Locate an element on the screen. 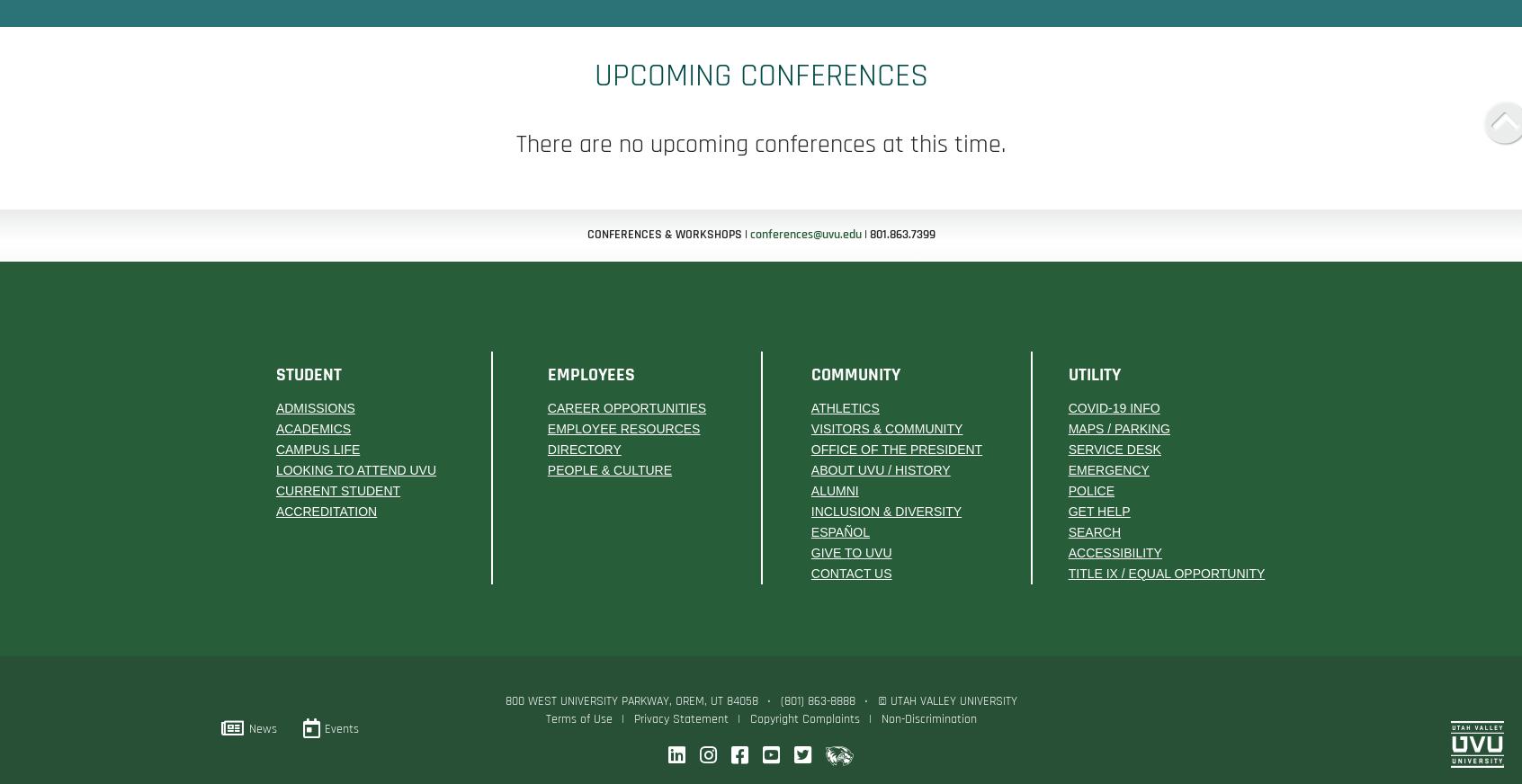 This screenshot has width=1522, height=784. 'Get Help' is located at coordinates (1066, 511).